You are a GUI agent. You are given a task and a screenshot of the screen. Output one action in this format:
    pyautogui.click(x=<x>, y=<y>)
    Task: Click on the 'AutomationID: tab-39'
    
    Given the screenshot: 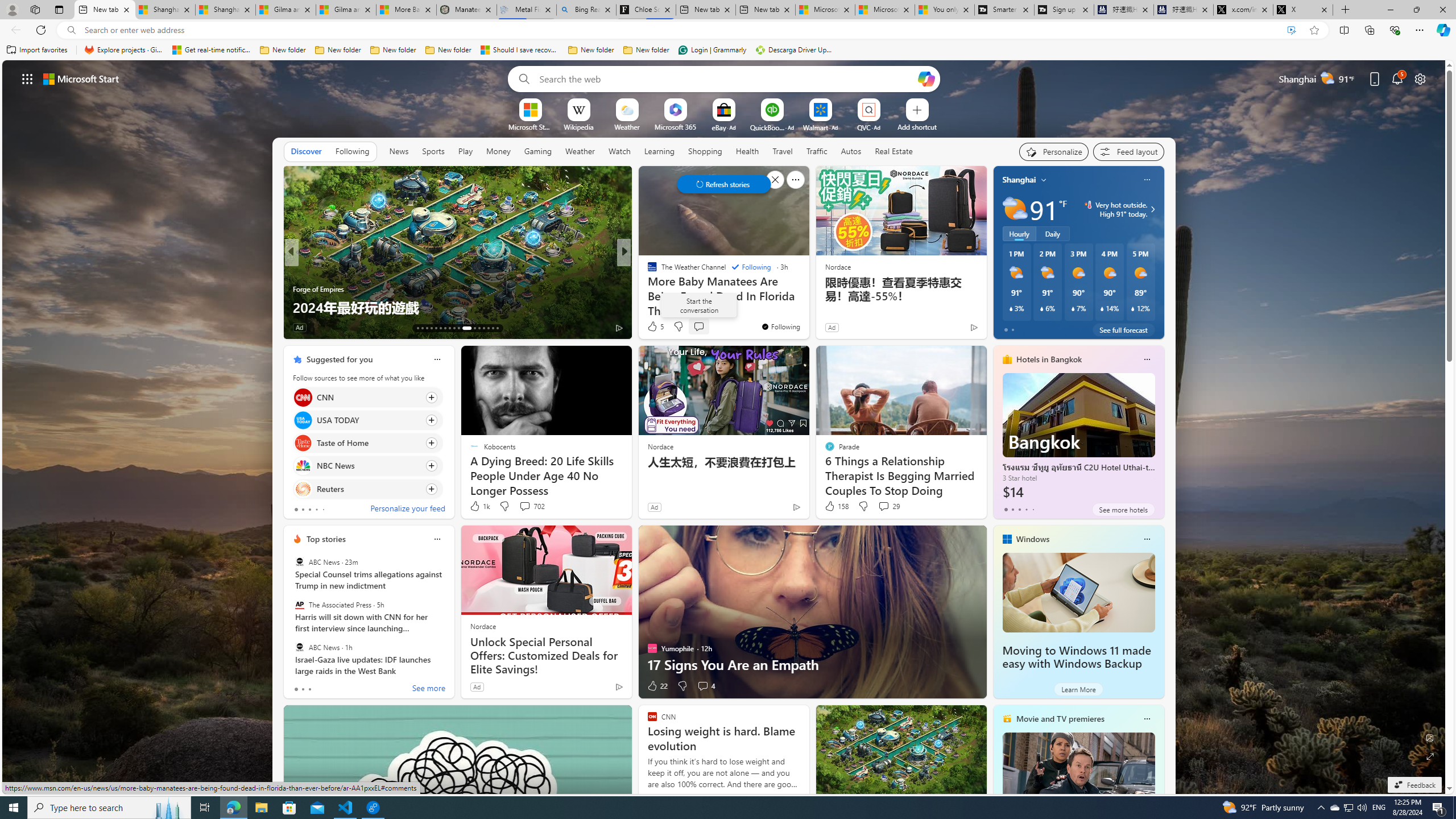 What is the action you would take?
    pyautogui.click(x=482, y=328)
    